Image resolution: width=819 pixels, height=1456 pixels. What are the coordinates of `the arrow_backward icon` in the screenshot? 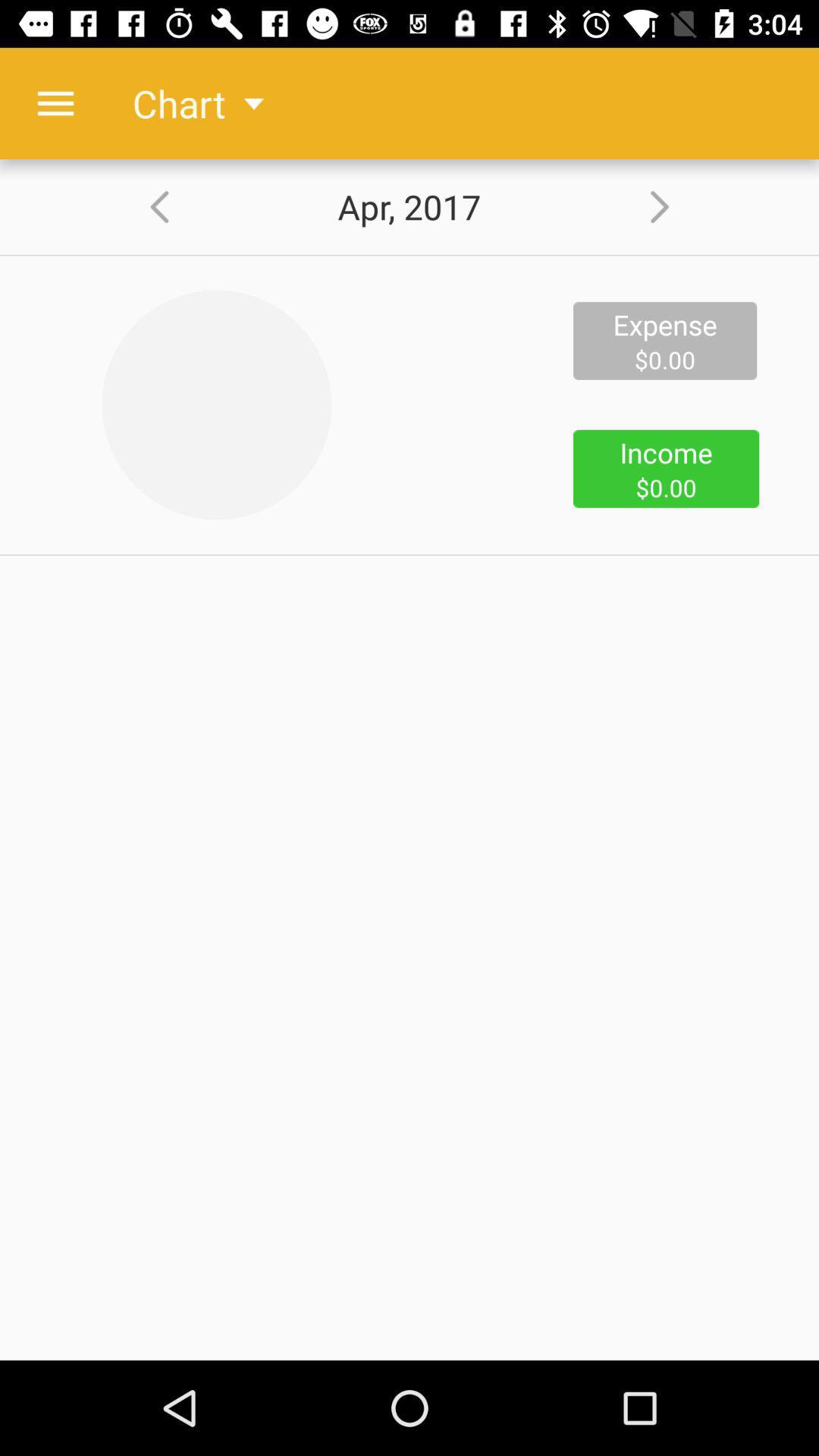 It's located at (149, 206).